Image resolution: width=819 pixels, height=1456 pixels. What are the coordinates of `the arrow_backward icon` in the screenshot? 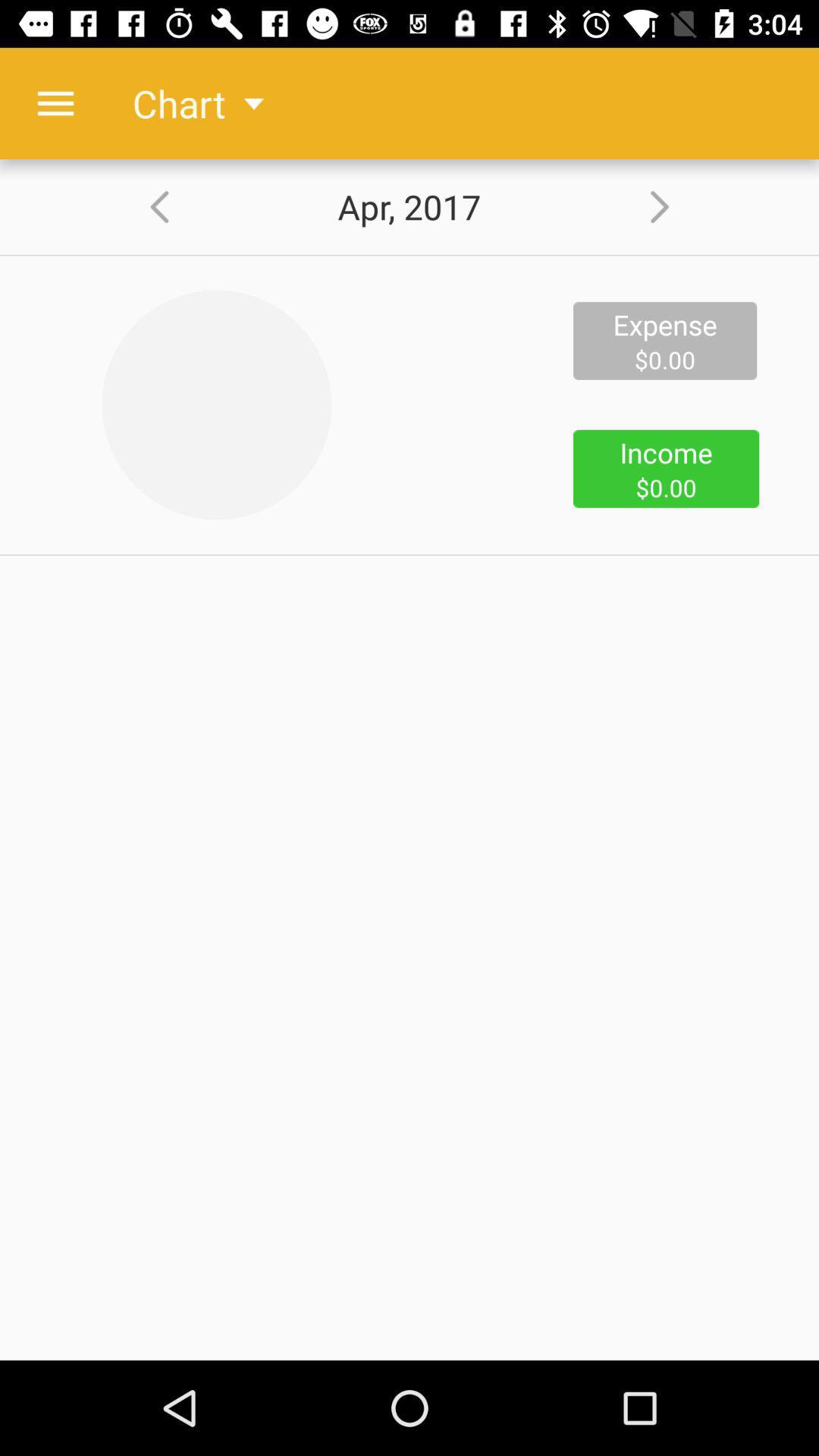 It's located at (149, 206).